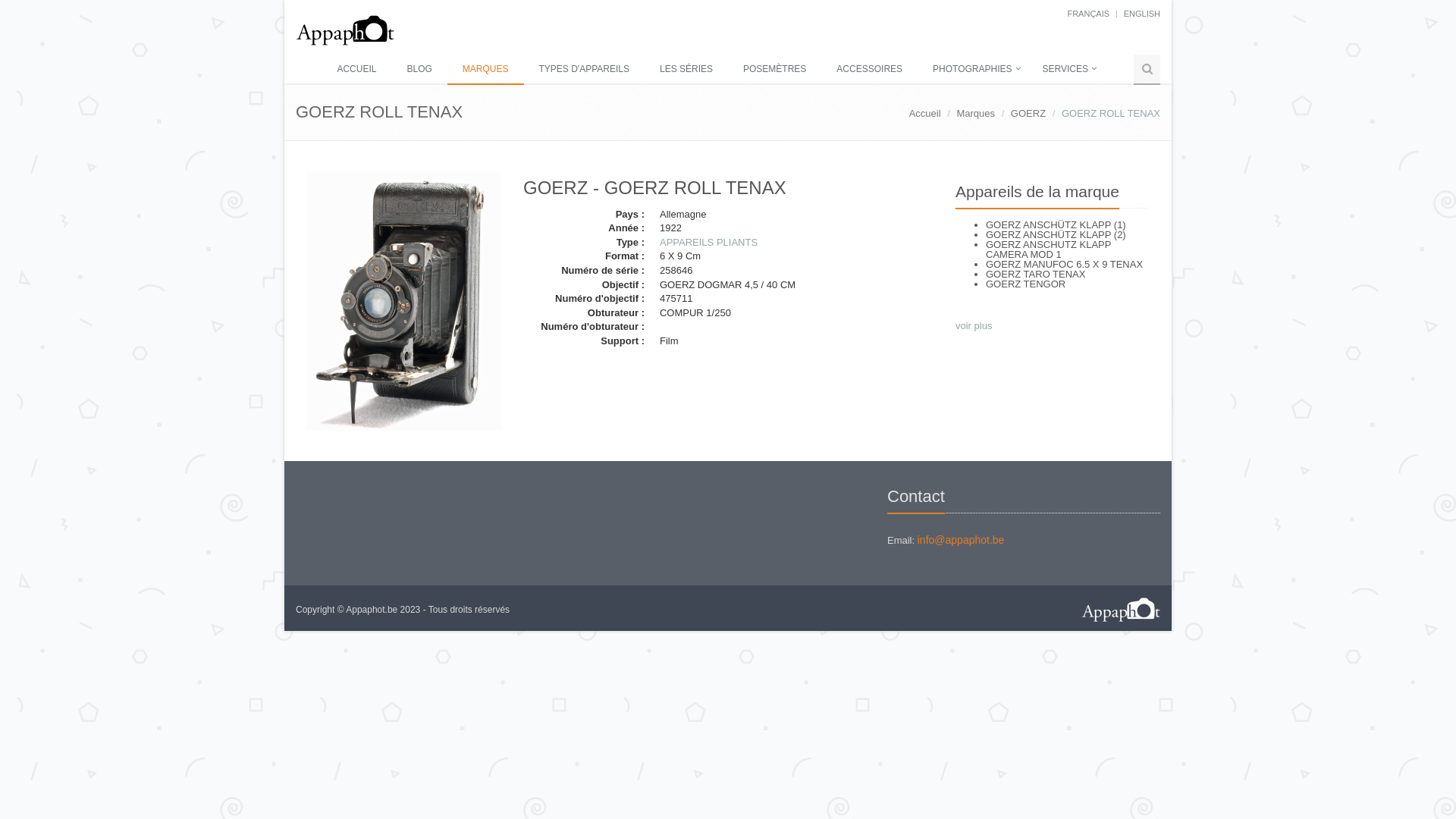 This screenshot has width=1456, height=819. Describe the element at coordinates (916, 70) in the screenshot. I see `'PHOTOGRAPHIES'` at that location.